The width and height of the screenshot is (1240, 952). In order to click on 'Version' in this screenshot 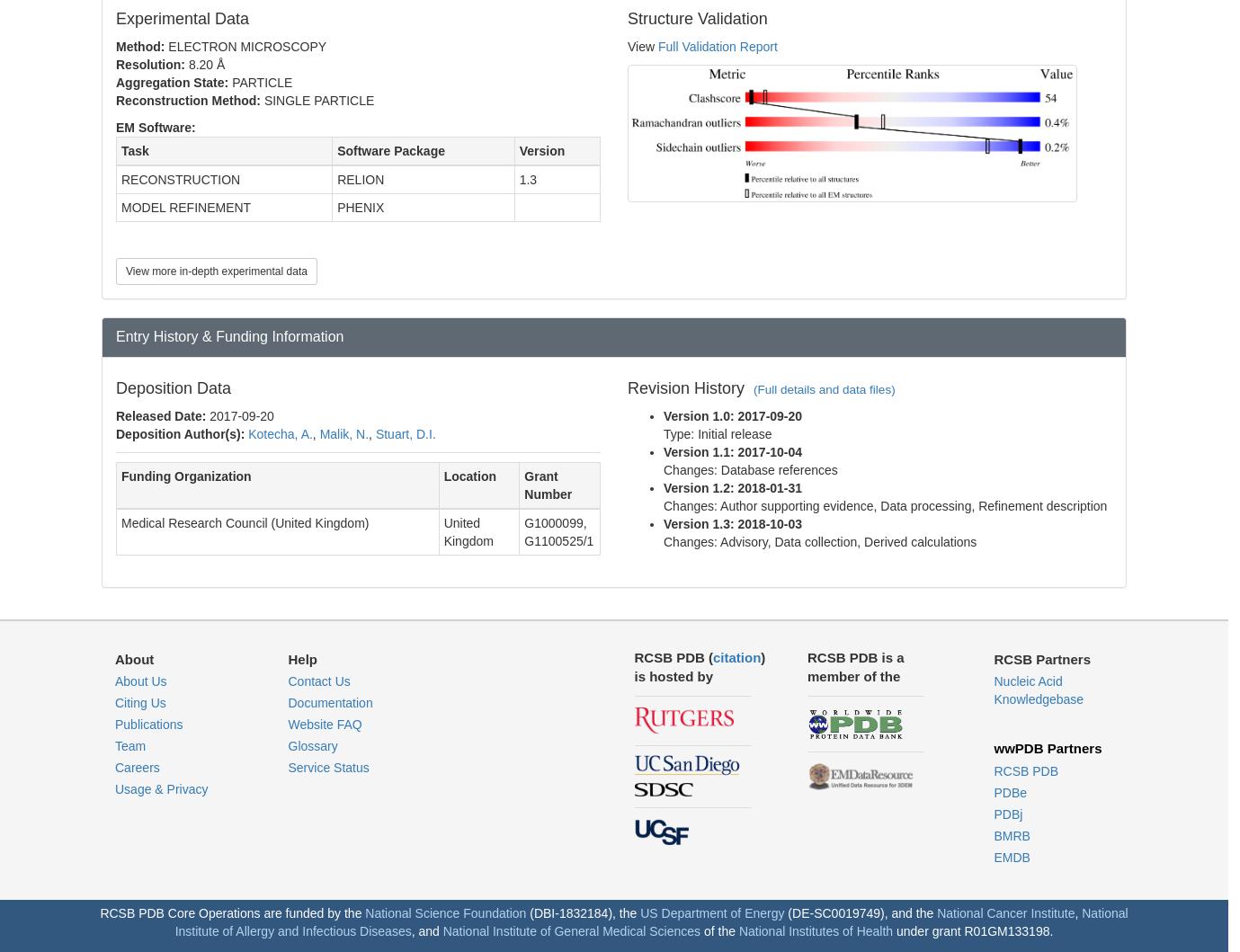, I will do `click(518, 149)`.